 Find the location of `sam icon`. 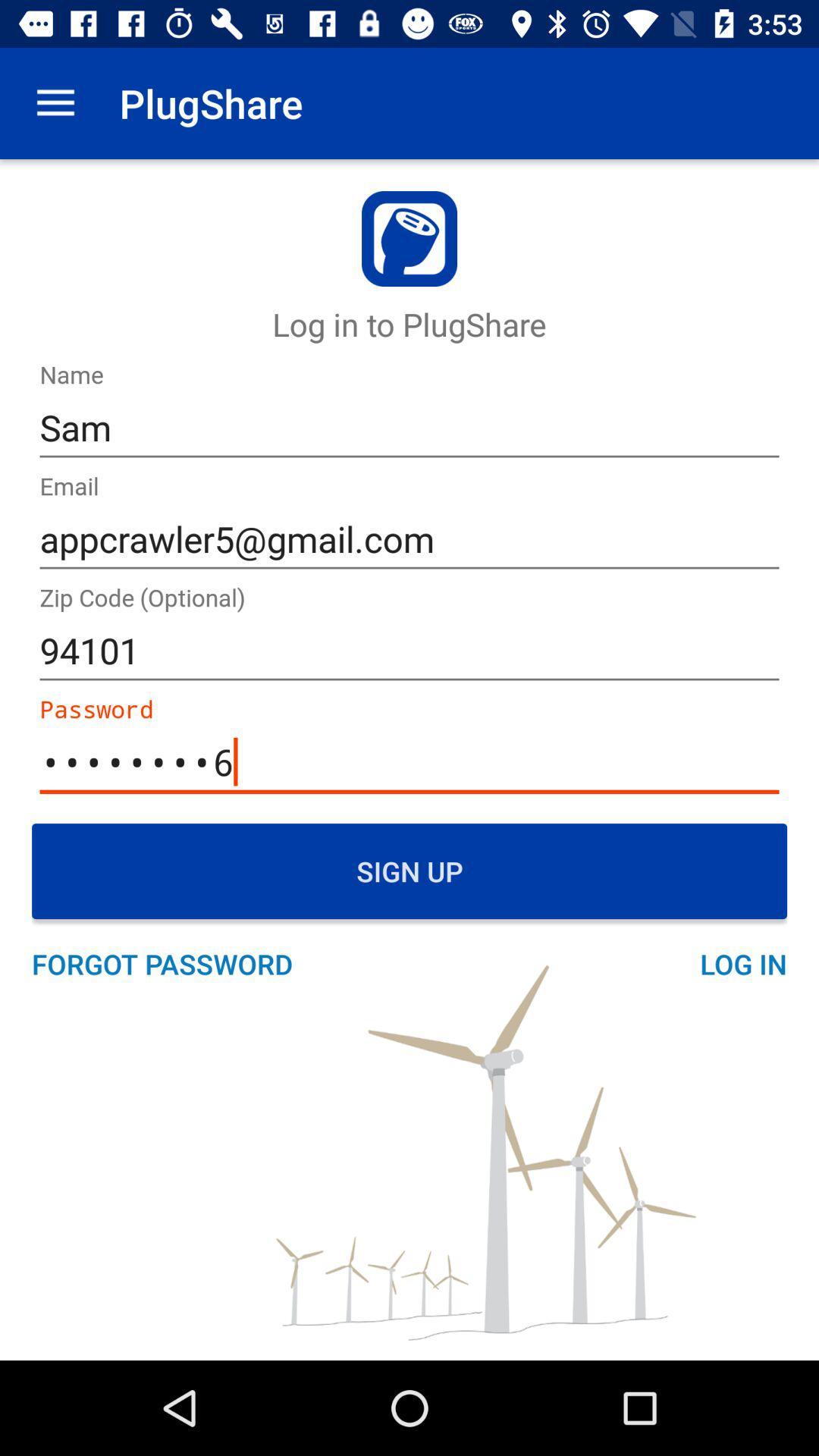

sam icon is located at coordinates (409, 427).